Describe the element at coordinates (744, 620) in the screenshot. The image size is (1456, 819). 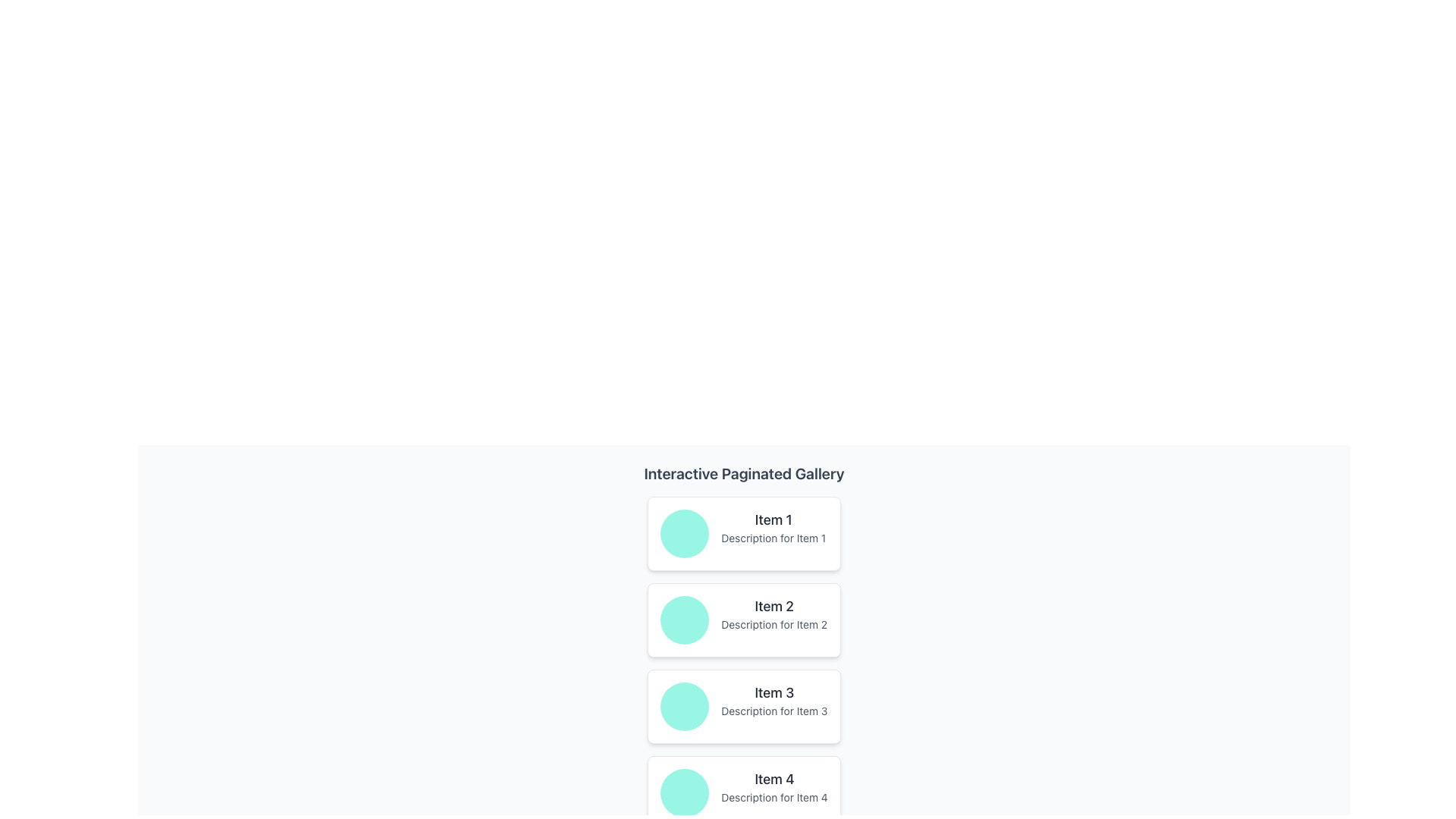
I see `the second card in the vertical list of items` at that location.